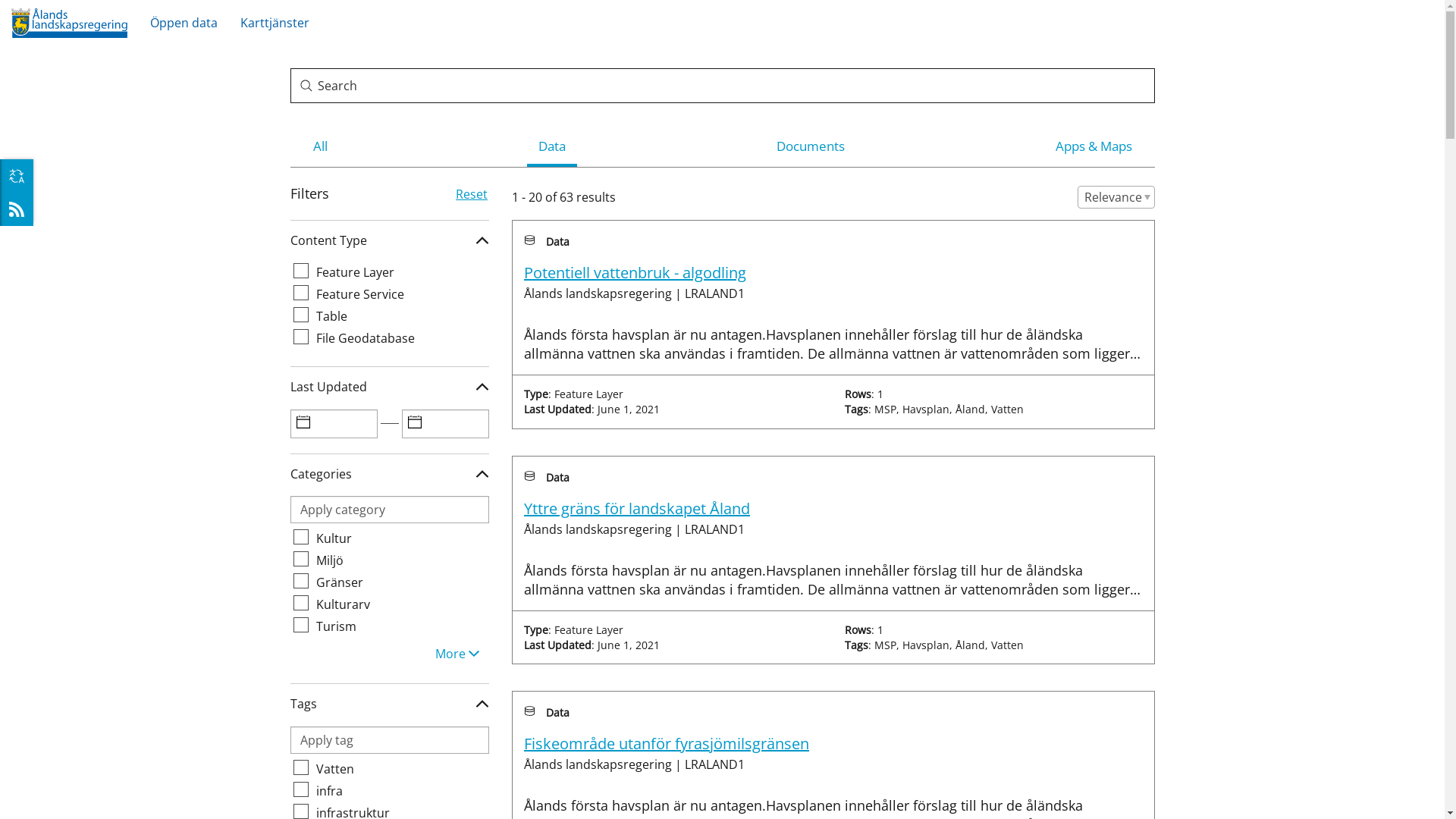 The height and width of the screenshot is (819, 1456). What do you see at coordinates (453, 193) in the screenshot?
I see `'Reset'` at bounding box center [453, 193].